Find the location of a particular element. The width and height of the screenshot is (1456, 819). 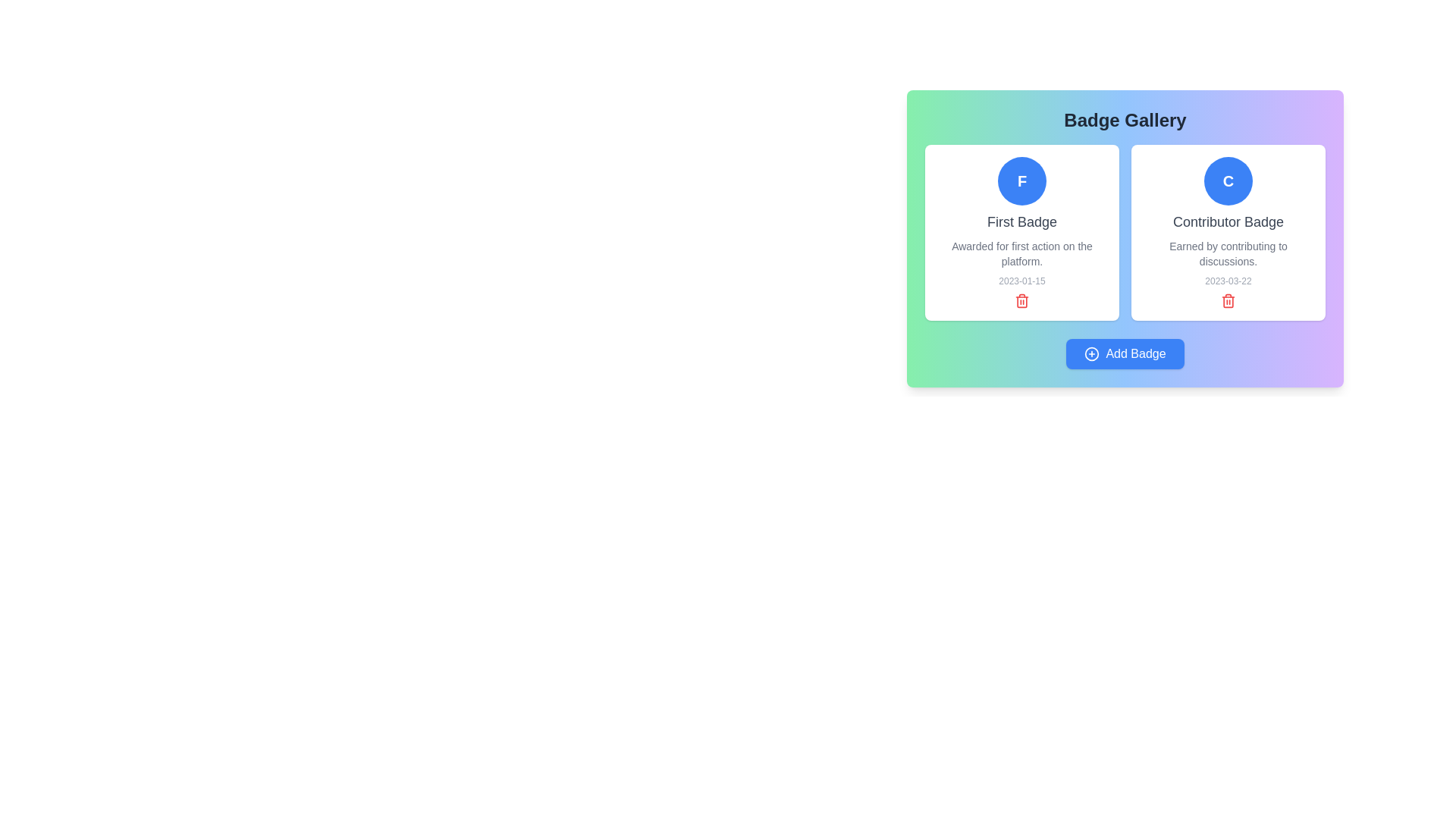

the 'Add Badge' text element located at the bottom center of the 'Badge Gallery' button, which prompts the user to click to add a badge is located at coordinates (1135, 353).